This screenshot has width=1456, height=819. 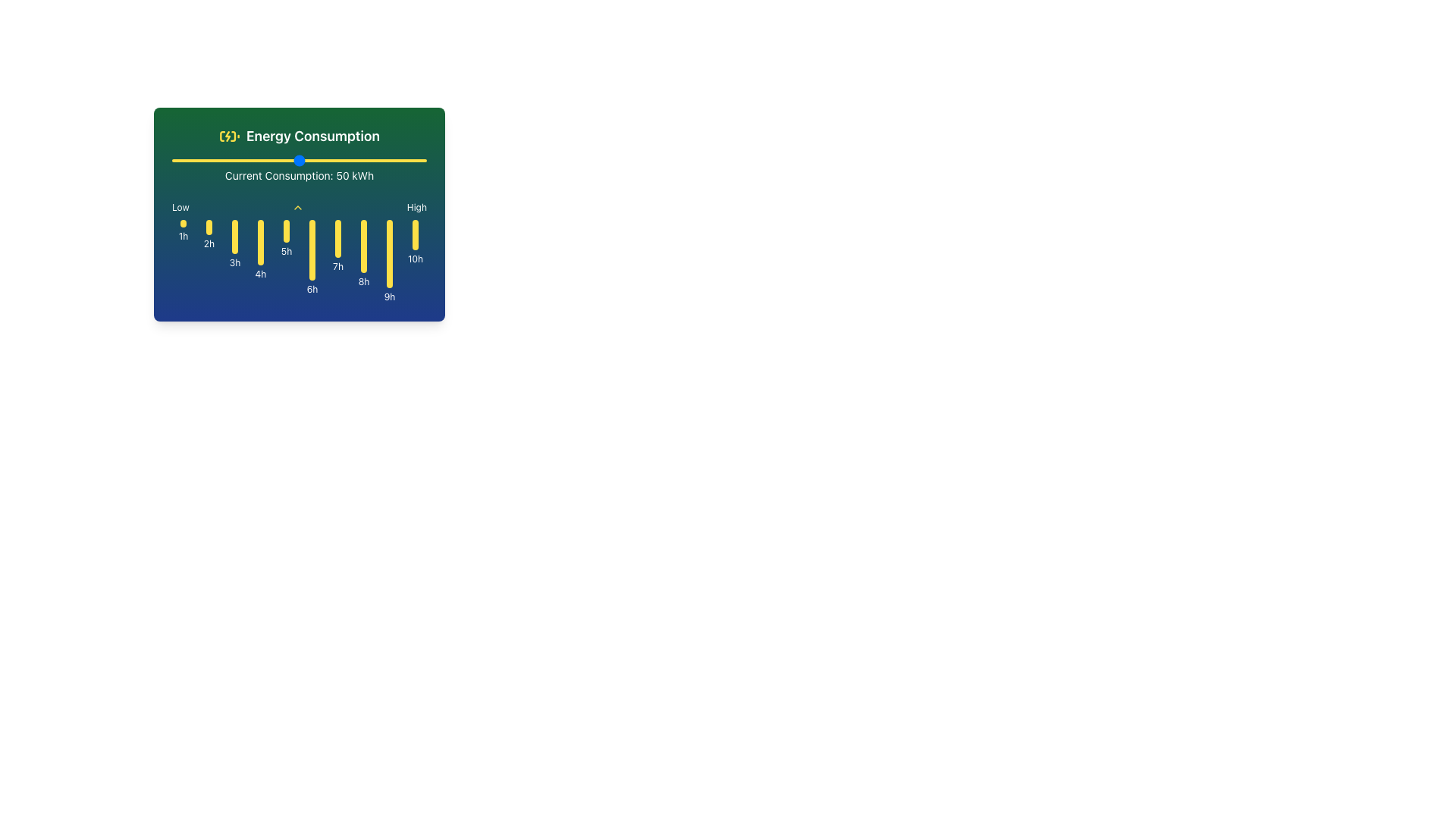 I want to click on the vertically oriented oval-shaped Visualization bar with a yellow background, positioned at the seventh location among similar bars, above the label '7h', so click(x=337, y=239).